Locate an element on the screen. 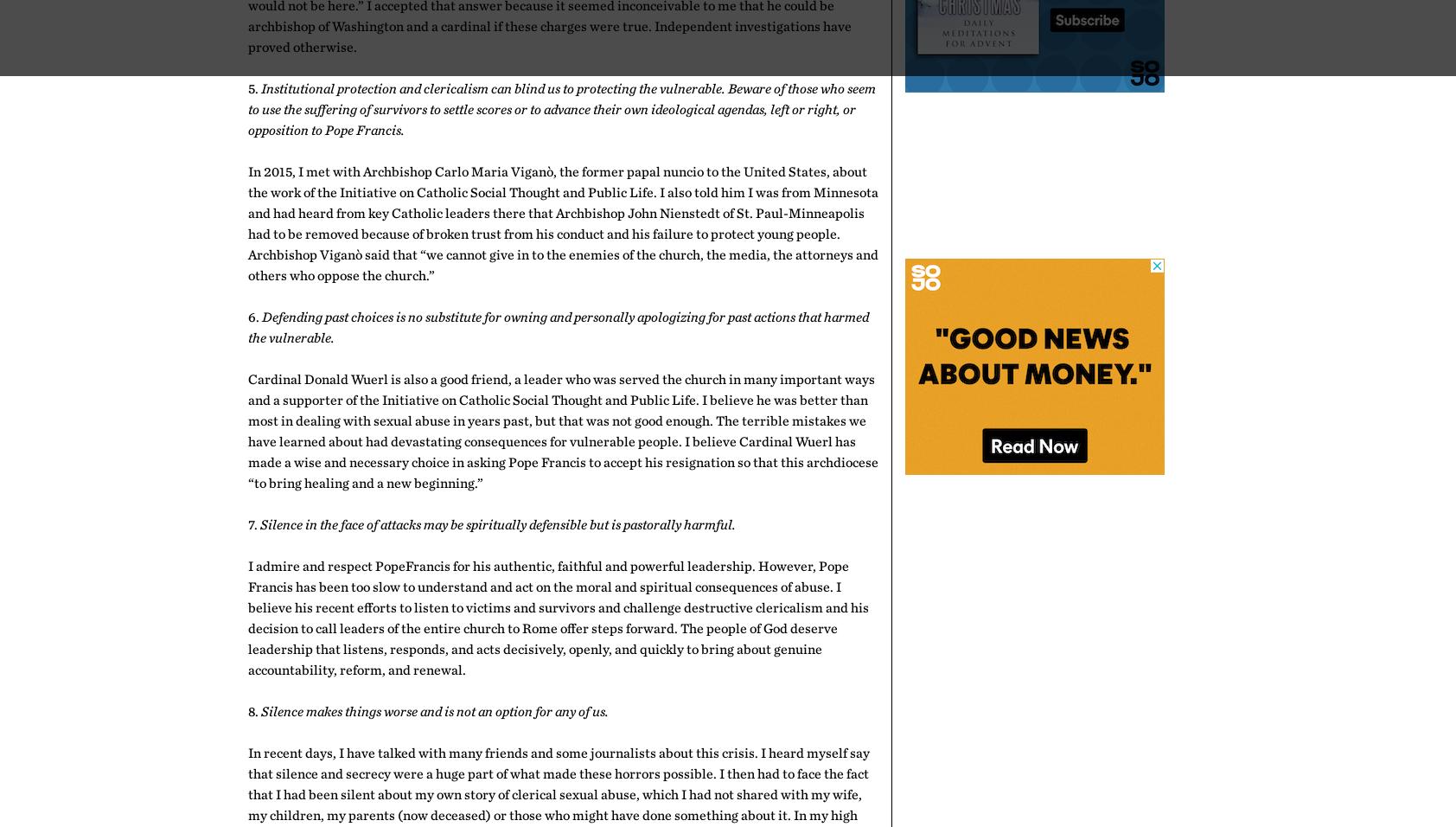 This screenshot has height=827, width=1456. 'Defending past choices is no substitute for owning and personally apologizing for past actions that harmed the vulnerable.' is located at coordinates (558, 327).